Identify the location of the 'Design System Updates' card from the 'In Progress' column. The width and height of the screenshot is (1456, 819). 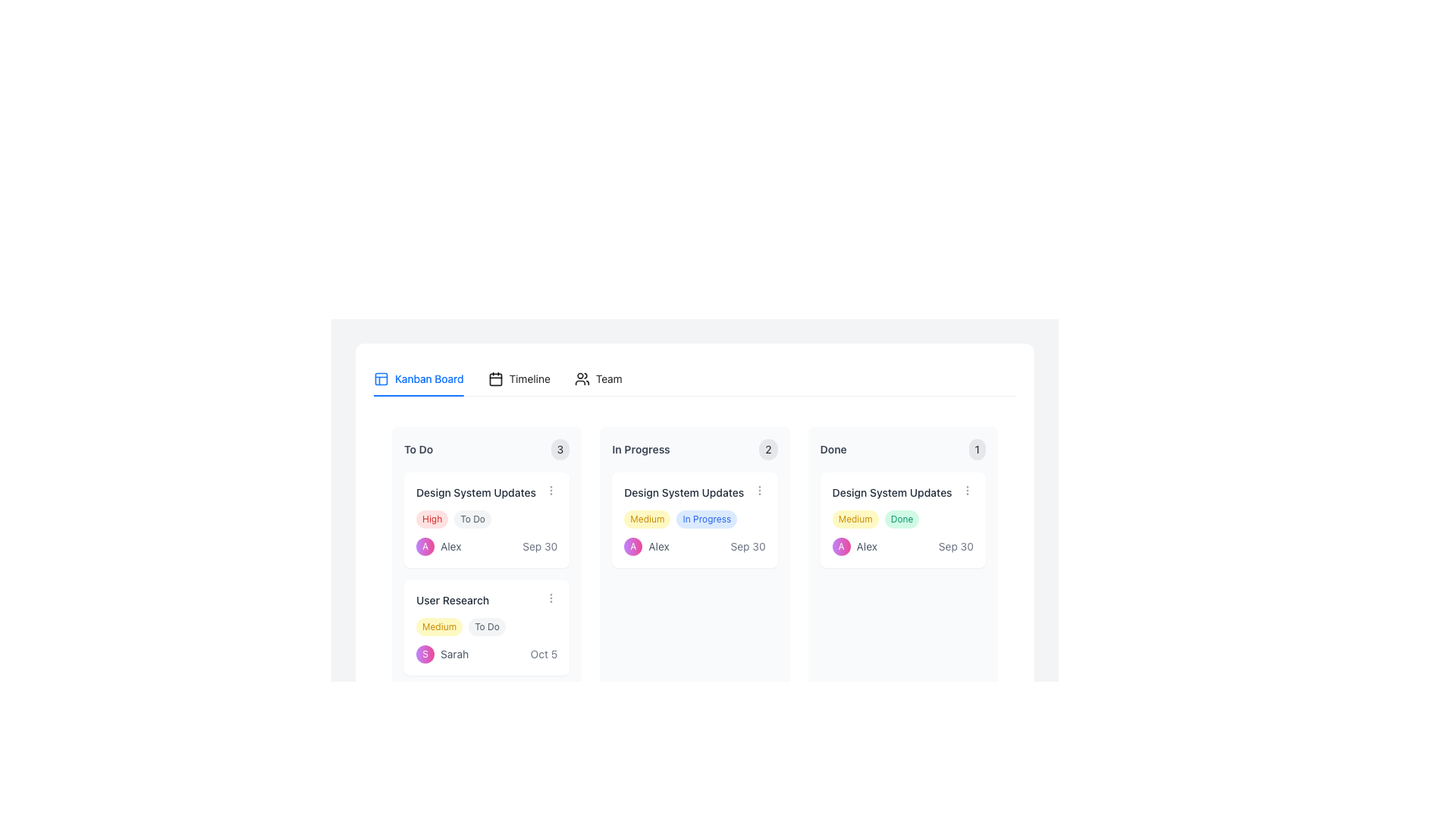
(694, 563).